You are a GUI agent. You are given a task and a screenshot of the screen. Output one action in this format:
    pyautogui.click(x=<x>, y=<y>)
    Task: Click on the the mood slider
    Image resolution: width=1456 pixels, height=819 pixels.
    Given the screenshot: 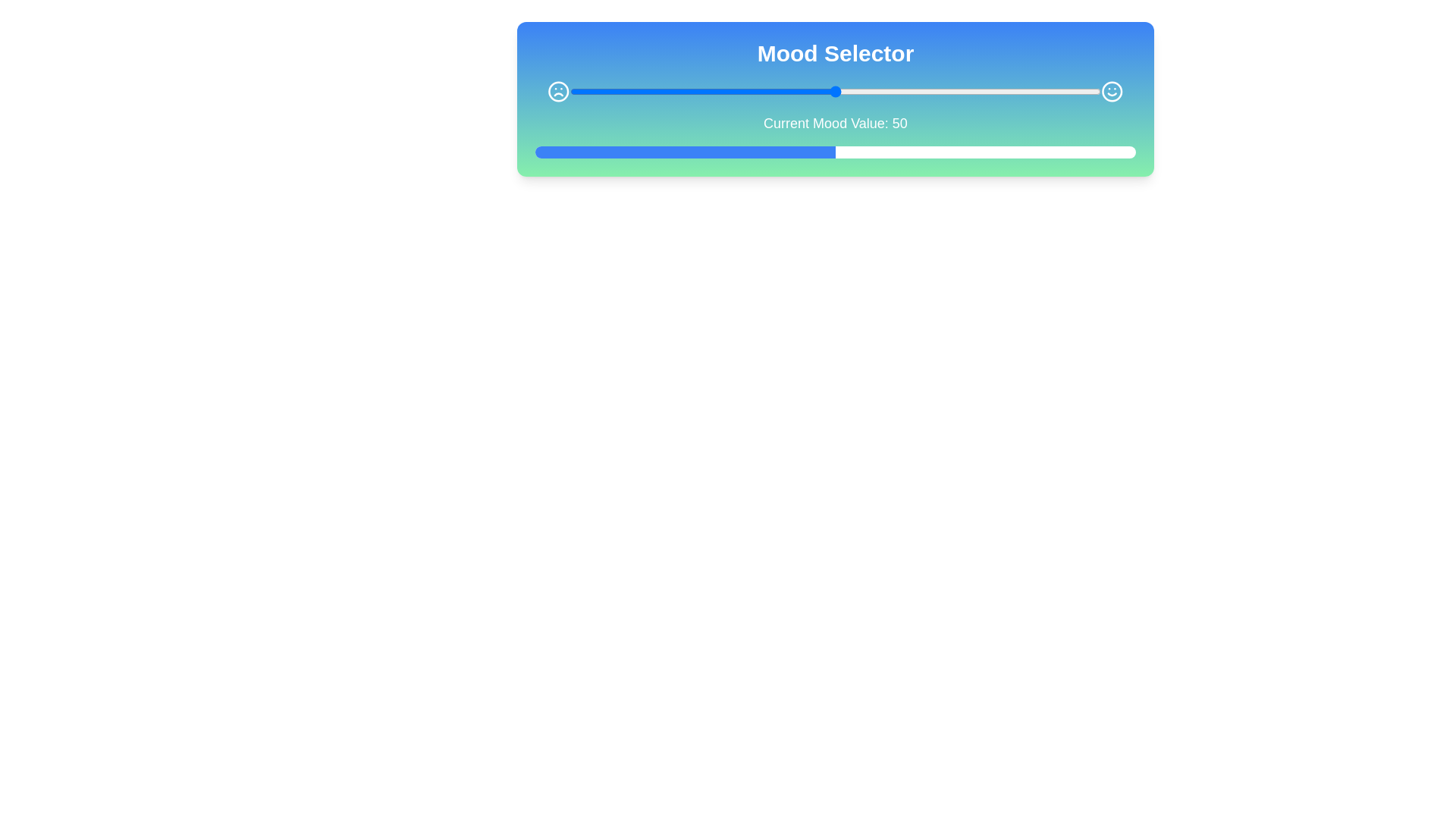 What is the action you would take?
    pyautogui.click(x=569, y=91)
    